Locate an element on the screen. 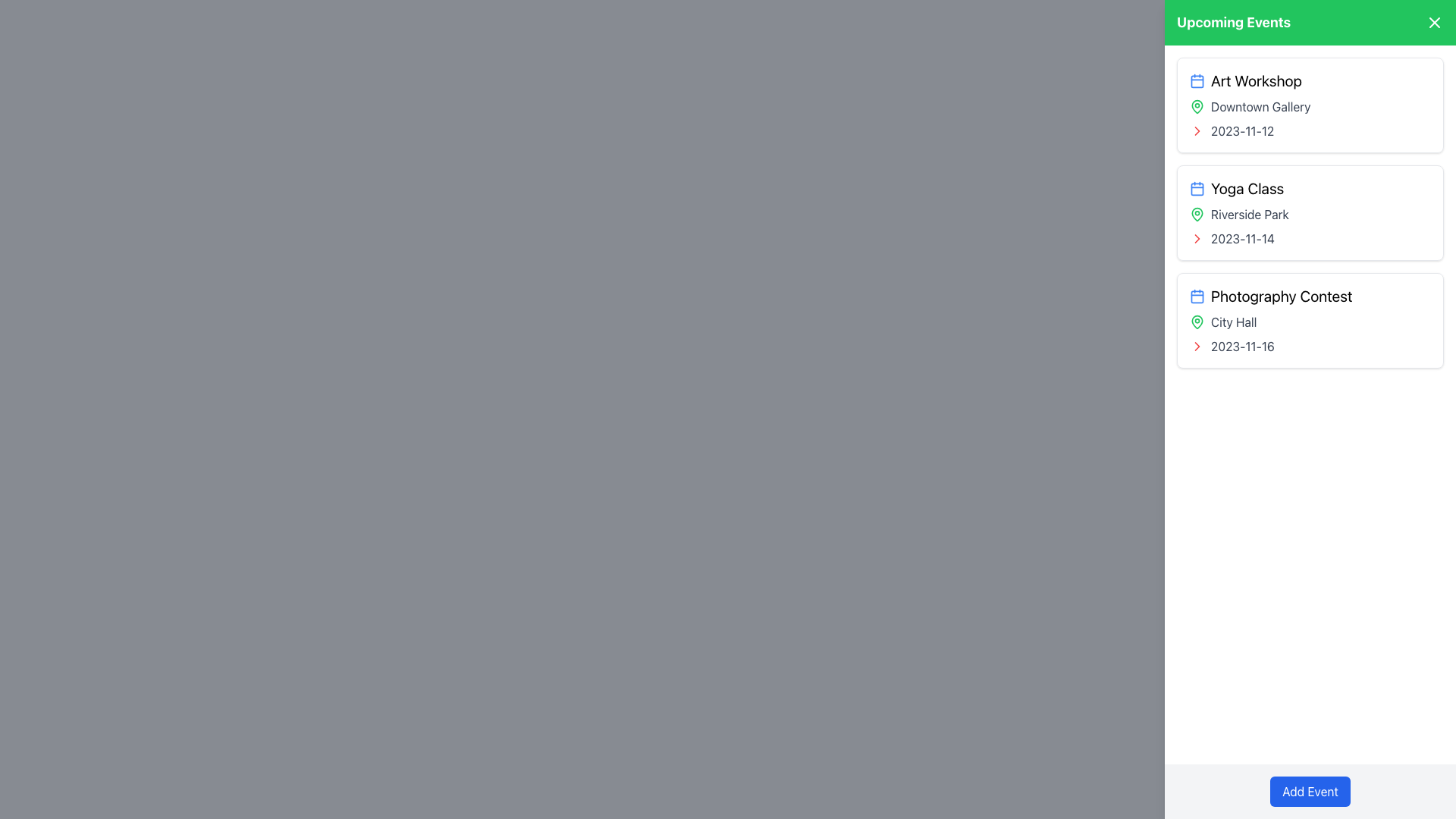 This screenshot has width=1456, height=819. the 'Upcoming Events' text label, which is styled with a bold, large font on a green background, located in the header bar of the right-hand panel is located at coordinates (1234, 23).